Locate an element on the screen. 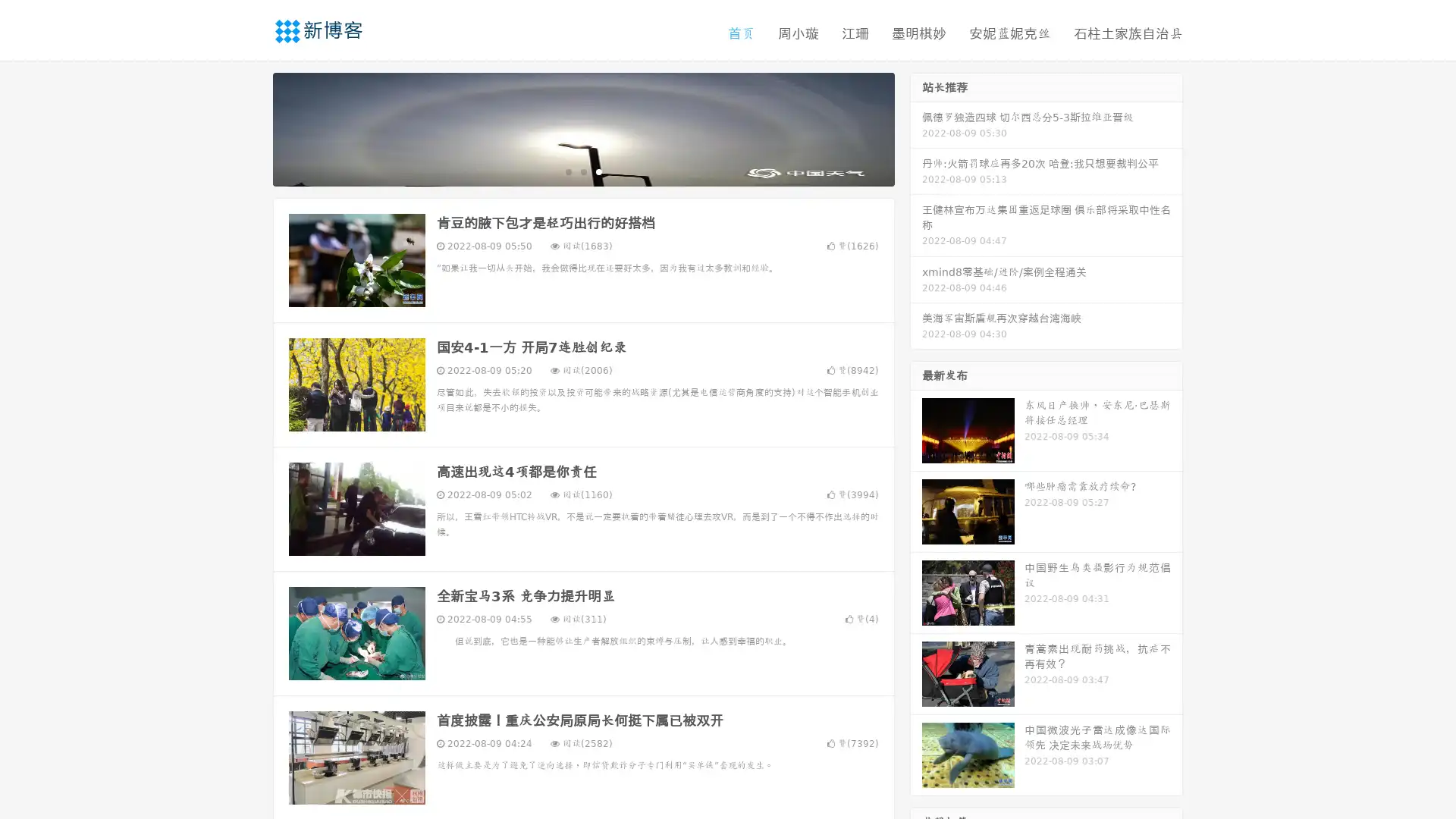  Go to slide 1 is located at coordinates (567, 171).